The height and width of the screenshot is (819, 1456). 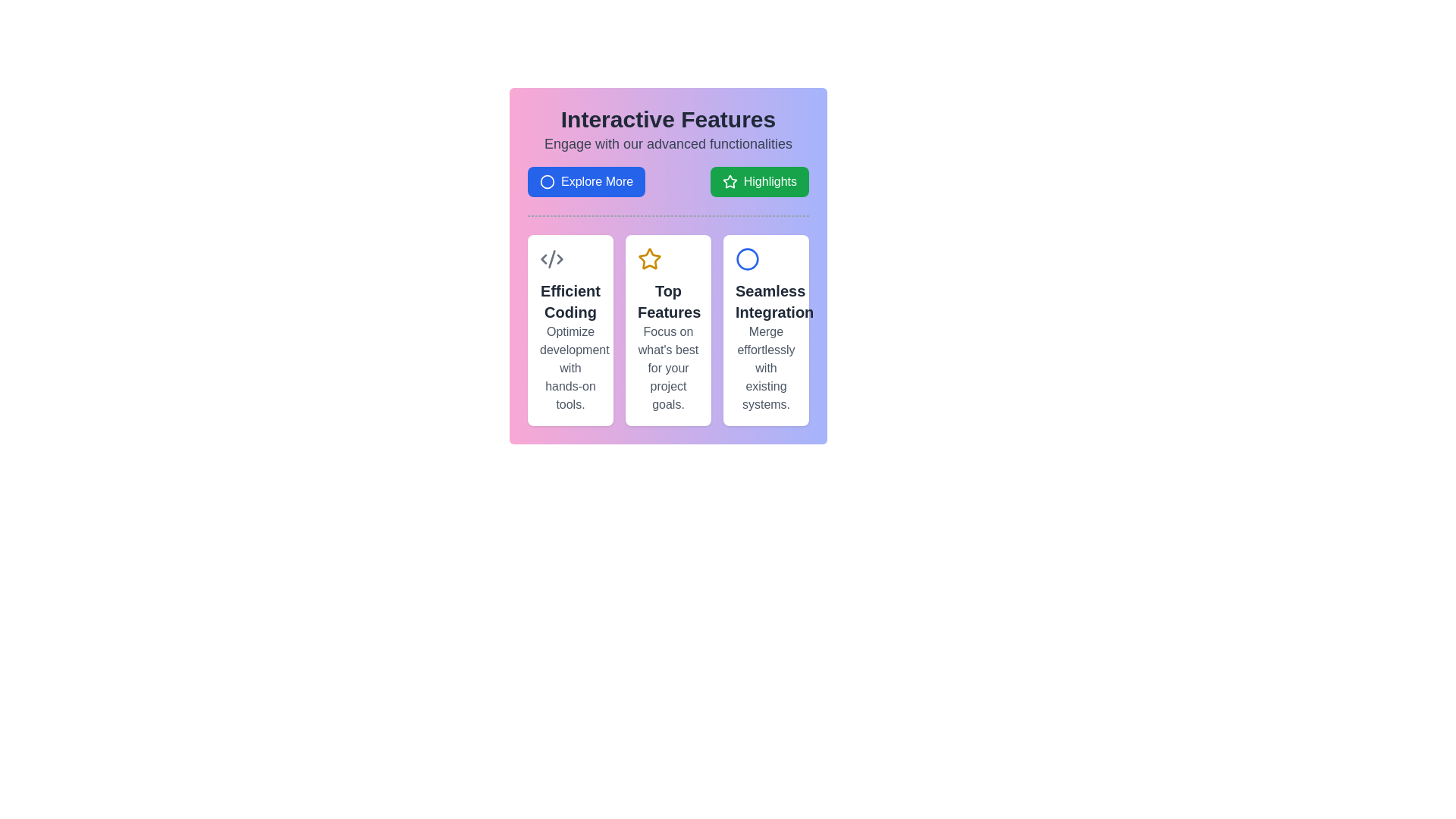 What do you see at coordinates (650, 259) in the screenshot?
I see `the star icon that represents the 'Top Features' section, located at the top-center of the section, directly above the text label 'Top Features'` at bounding box center [650, 259].